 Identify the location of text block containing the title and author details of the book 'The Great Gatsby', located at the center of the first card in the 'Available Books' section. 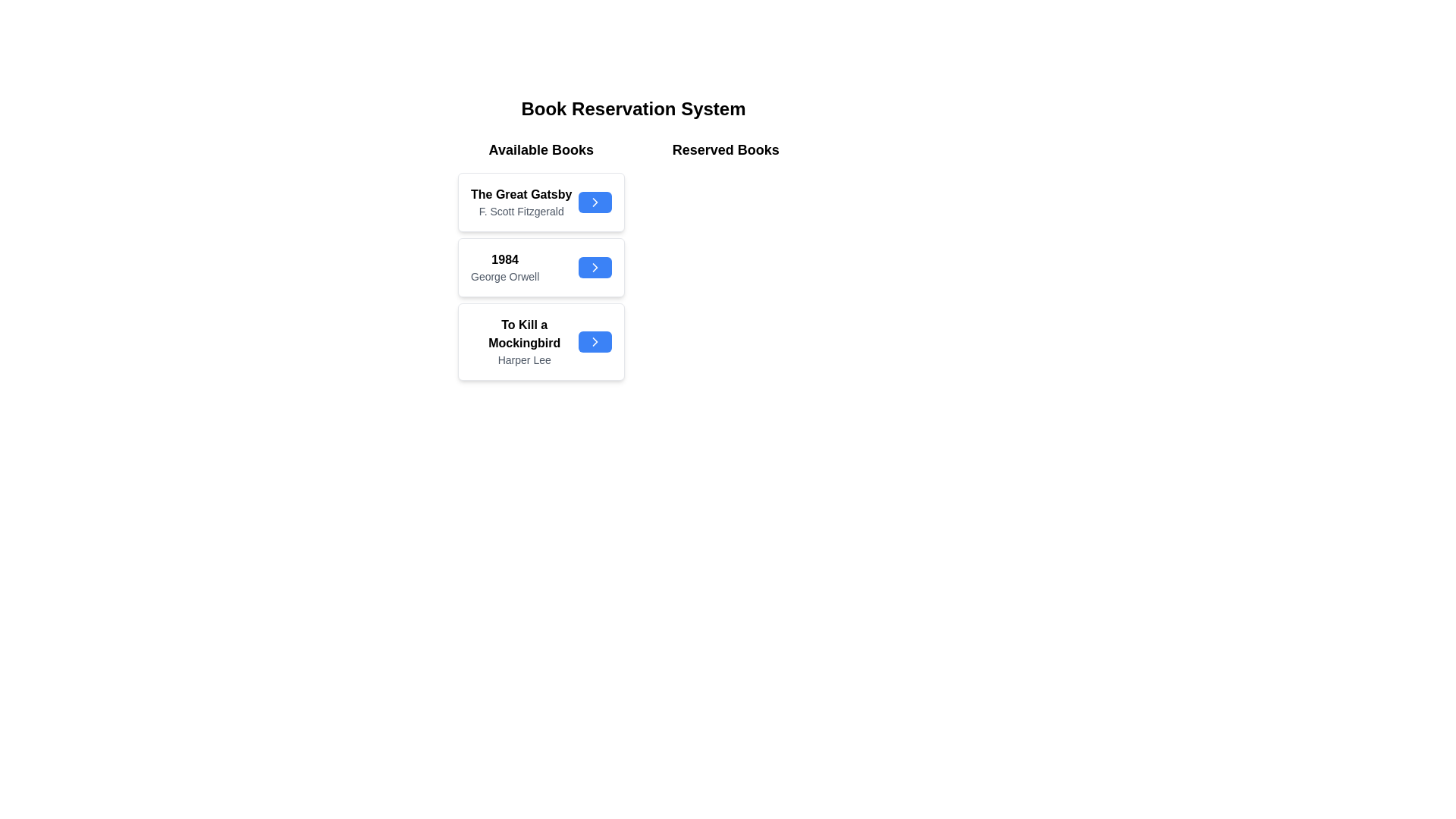
(521, 201).